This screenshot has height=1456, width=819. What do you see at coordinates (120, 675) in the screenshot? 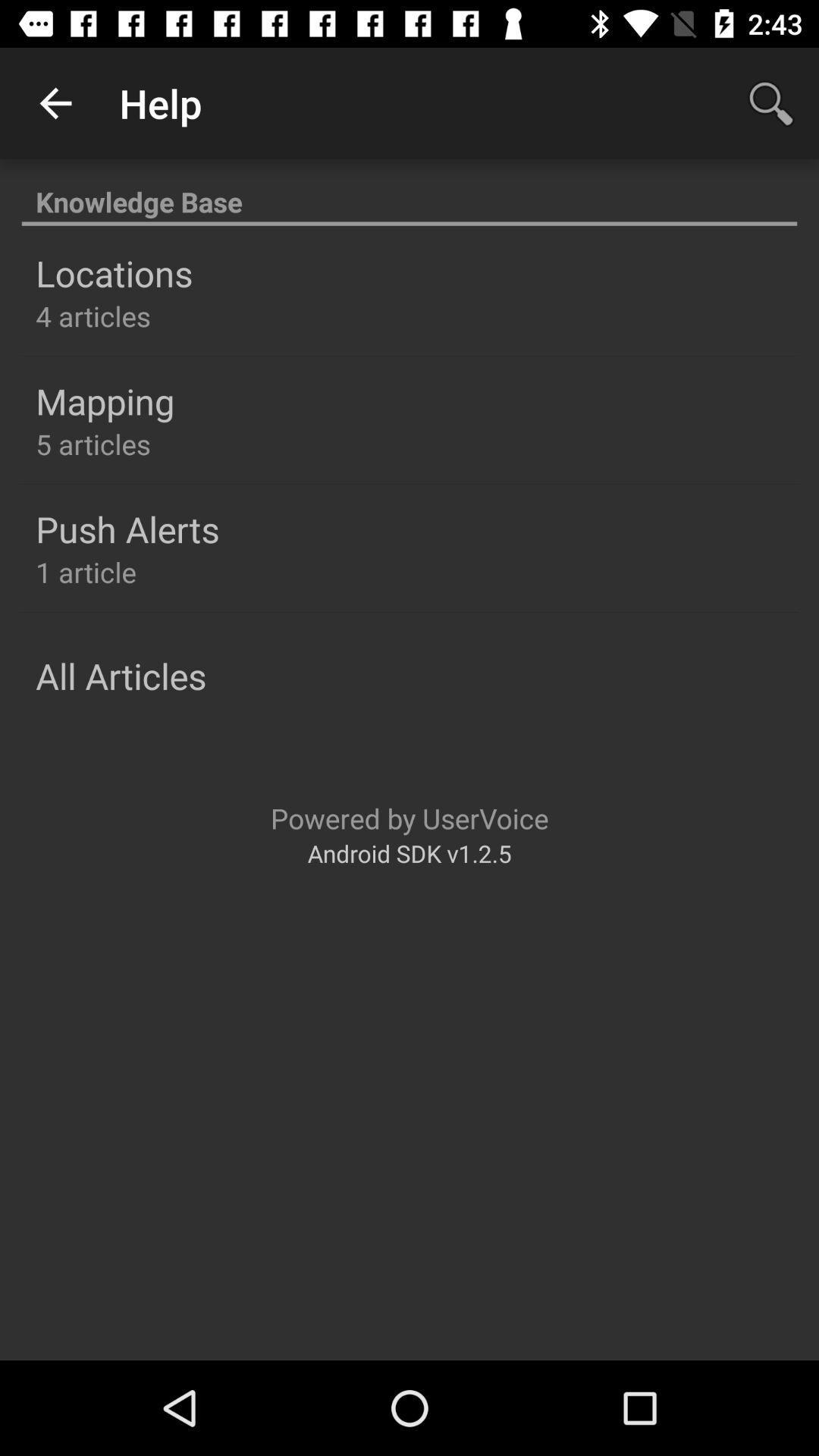
I see `the all articles icon` at bounding box center [120, 675].